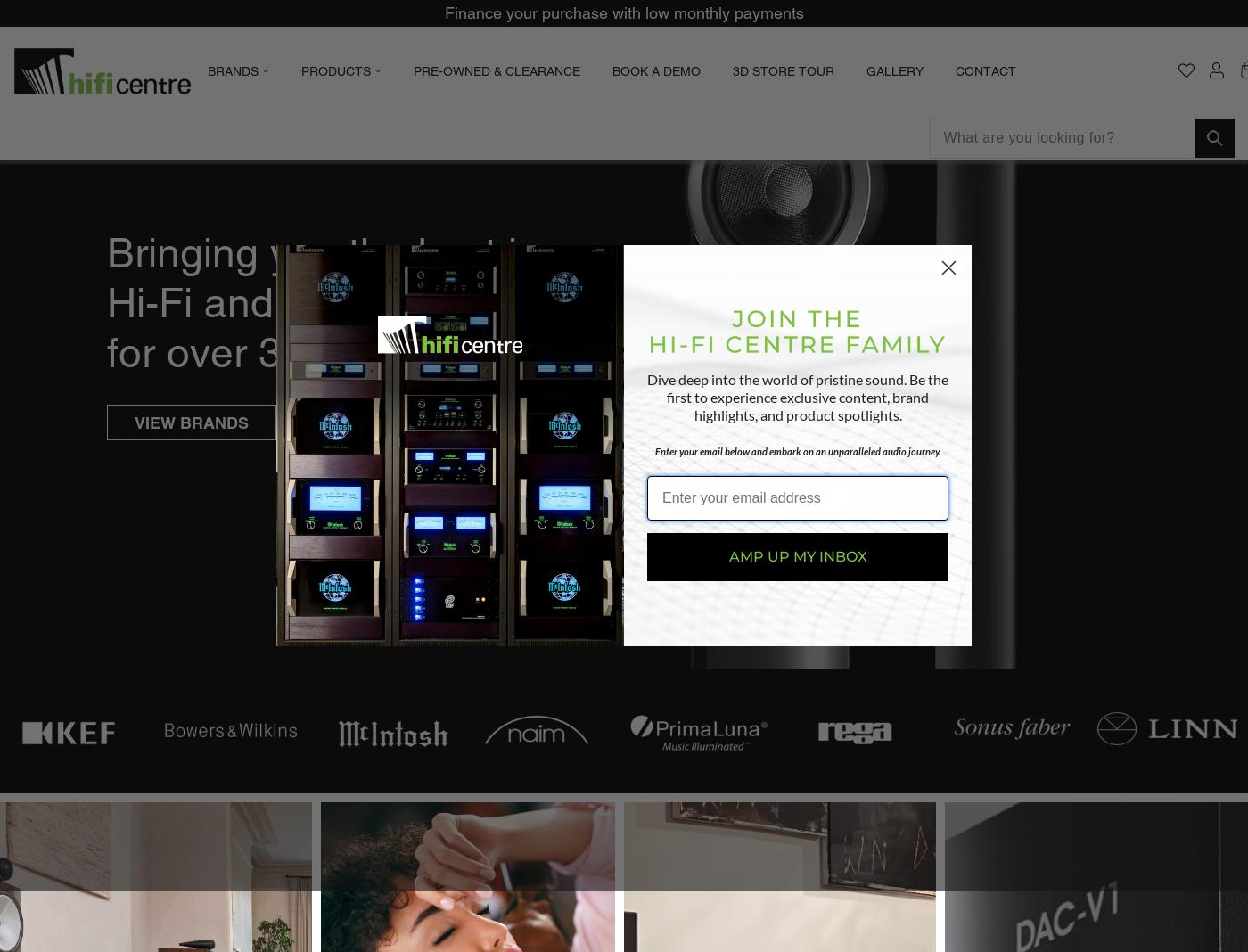  I want to click on 'Movie Servers', so click(401, 261).